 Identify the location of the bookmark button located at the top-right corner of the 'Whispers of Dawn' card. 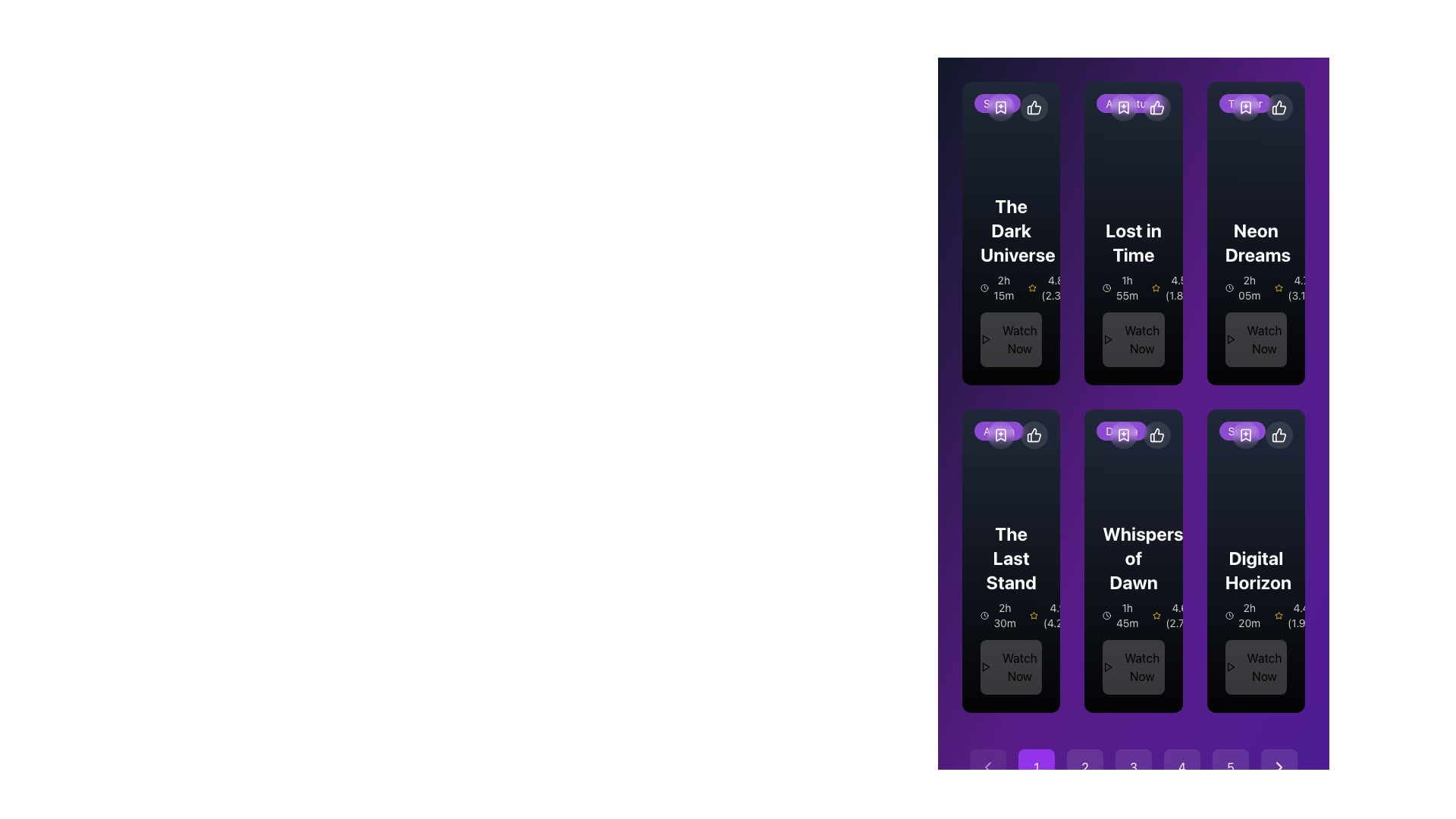
(1140, 435).